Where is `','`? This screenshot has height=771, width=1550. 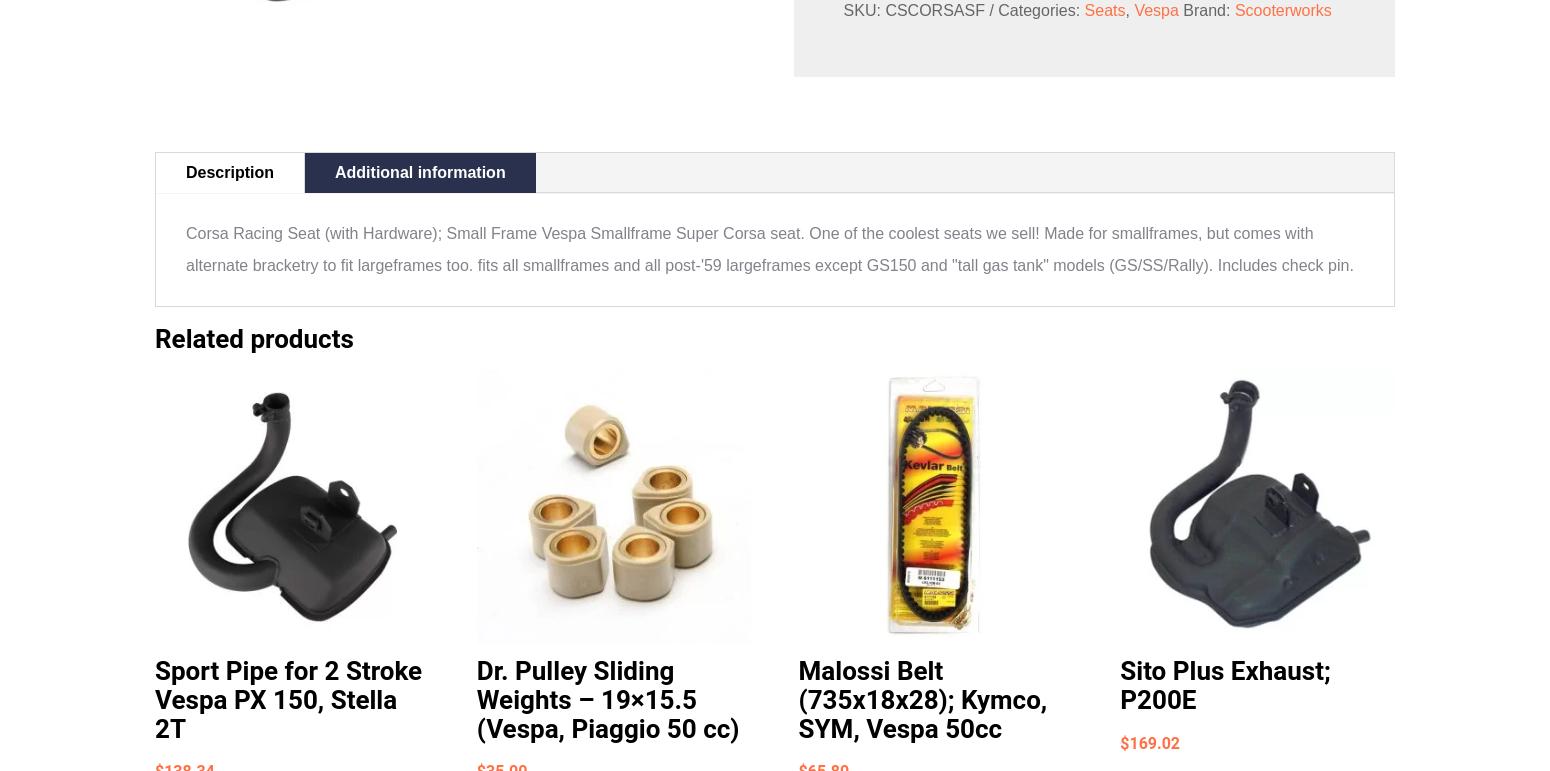
',' is located at coordinates (1123, 9).